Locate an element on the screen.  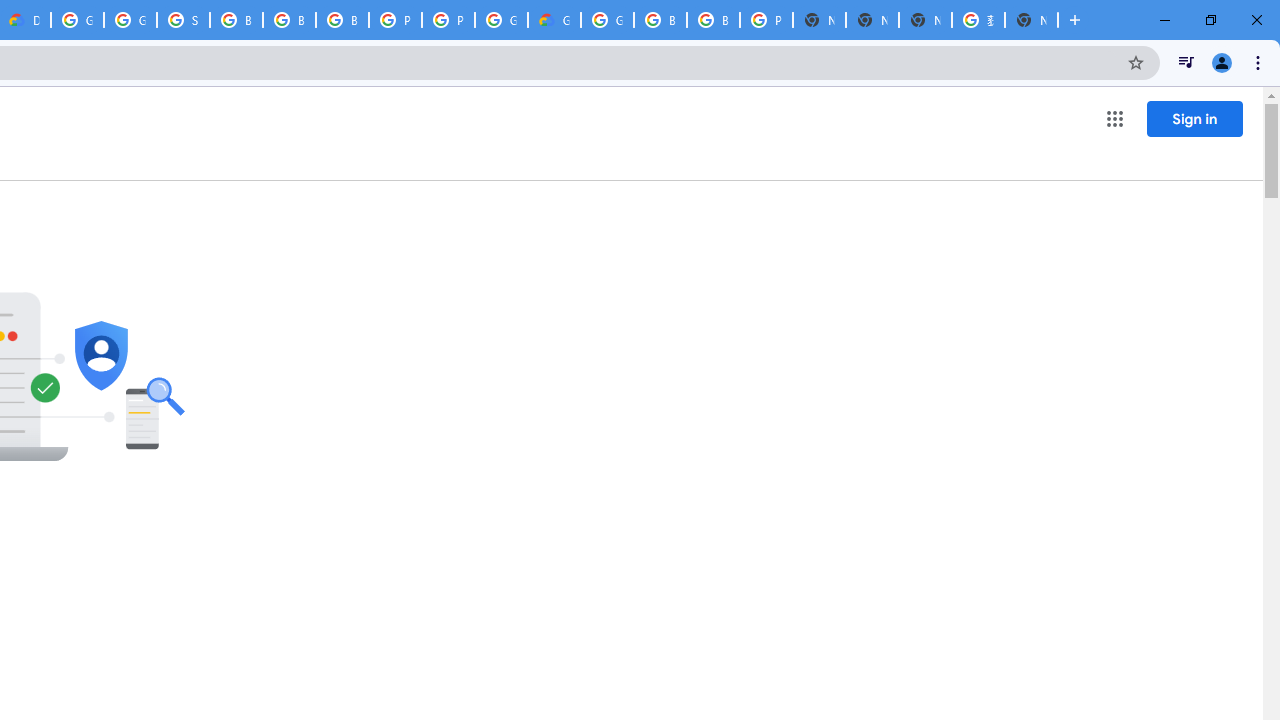
'Sign in' is located at coordinates (1194, 118).